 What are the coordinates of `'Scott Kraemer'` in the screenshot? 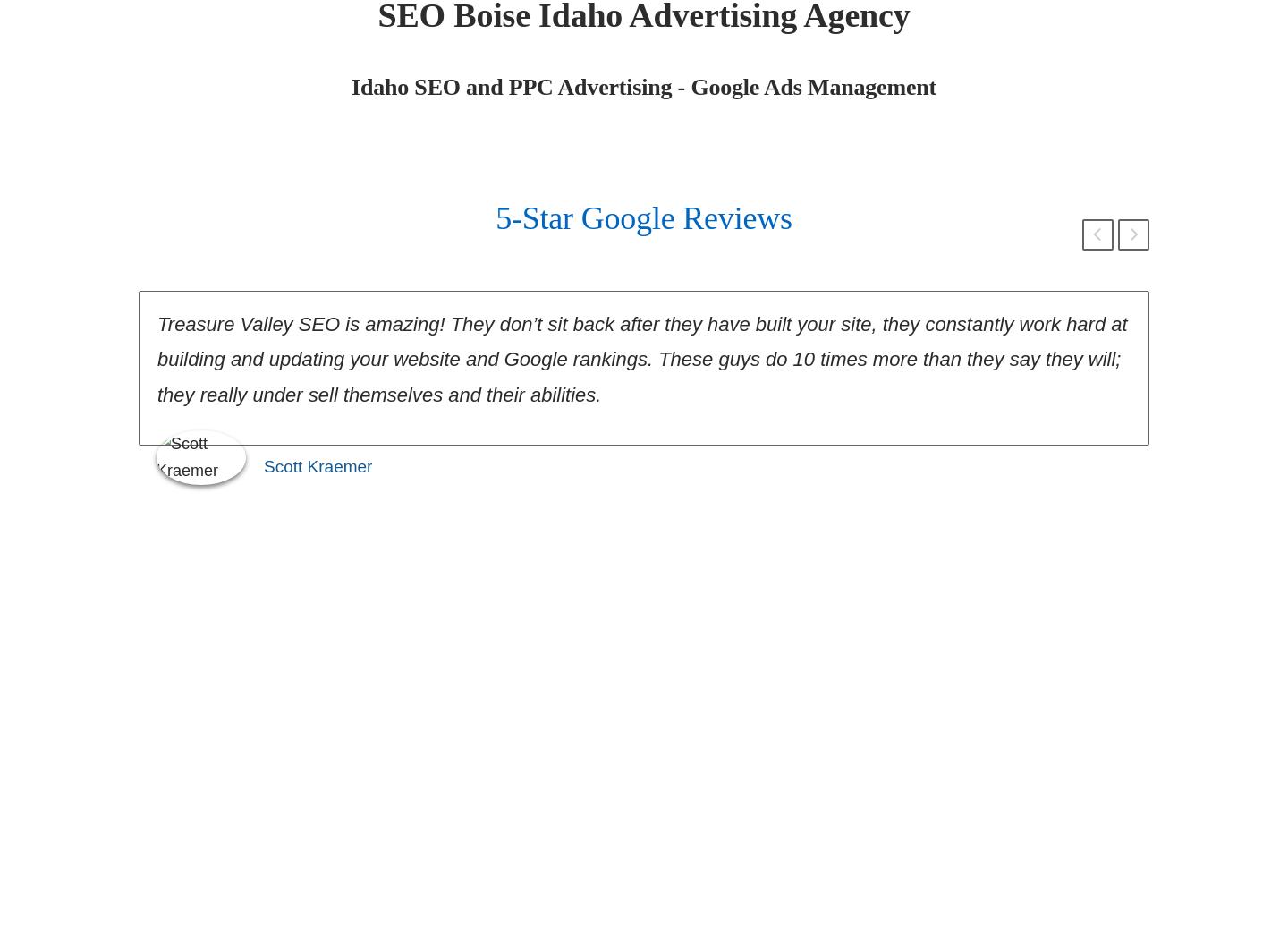 It's located at (318, 465).